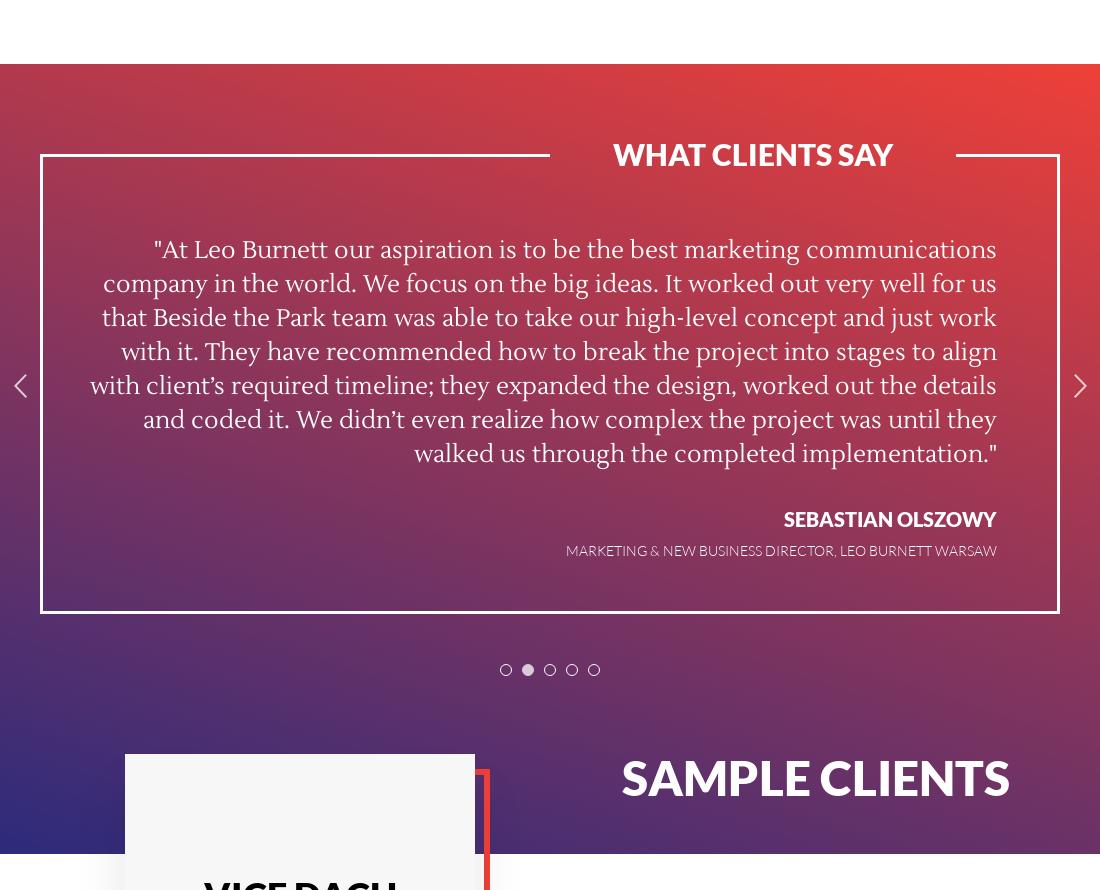 The height and width of the screenshot is (890, 1100). I want to click on '5', so click(592, 671).